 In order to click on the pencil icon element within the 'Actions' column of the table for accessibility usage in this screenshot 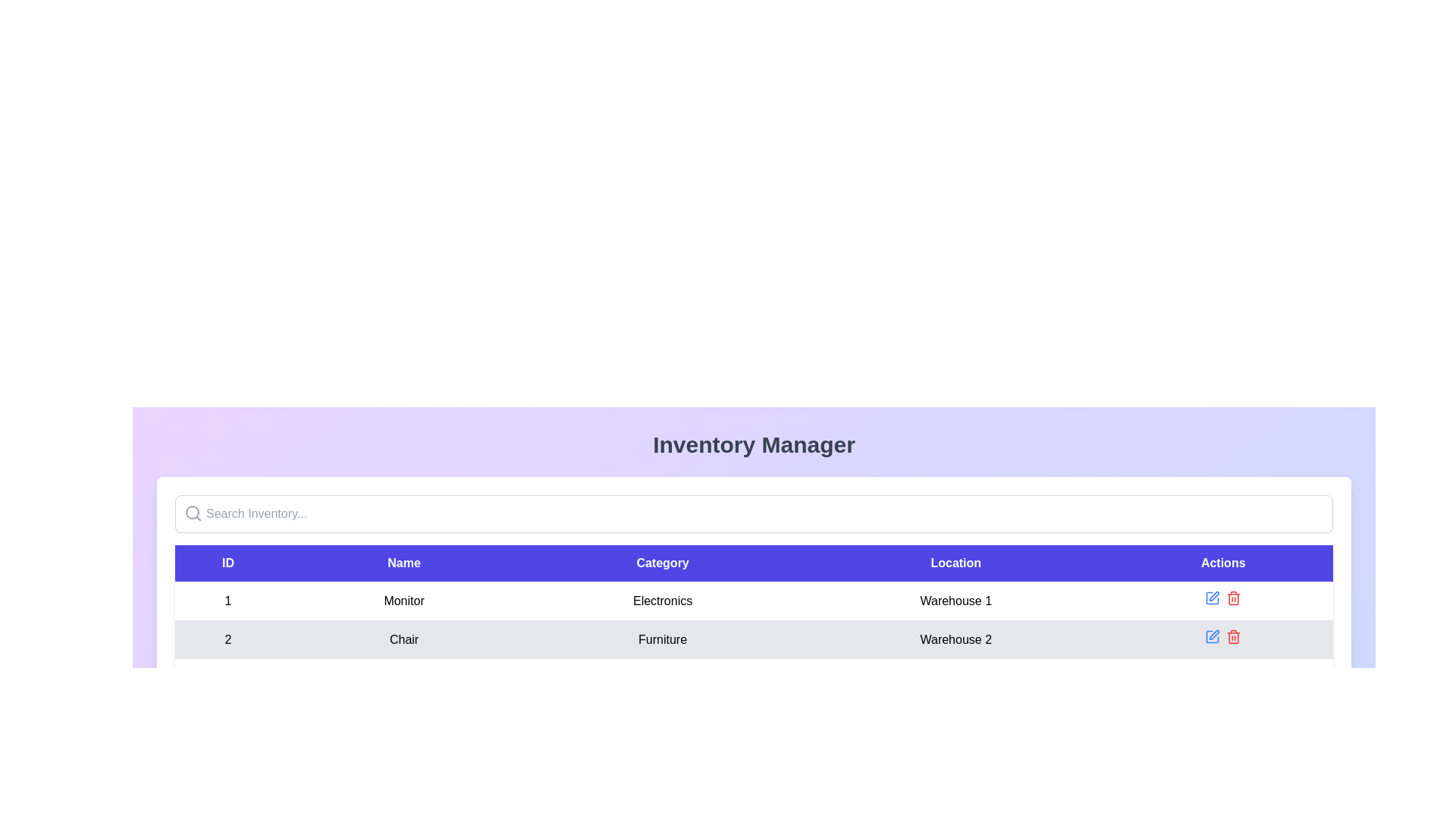, I will do `click(1212, 637)`.